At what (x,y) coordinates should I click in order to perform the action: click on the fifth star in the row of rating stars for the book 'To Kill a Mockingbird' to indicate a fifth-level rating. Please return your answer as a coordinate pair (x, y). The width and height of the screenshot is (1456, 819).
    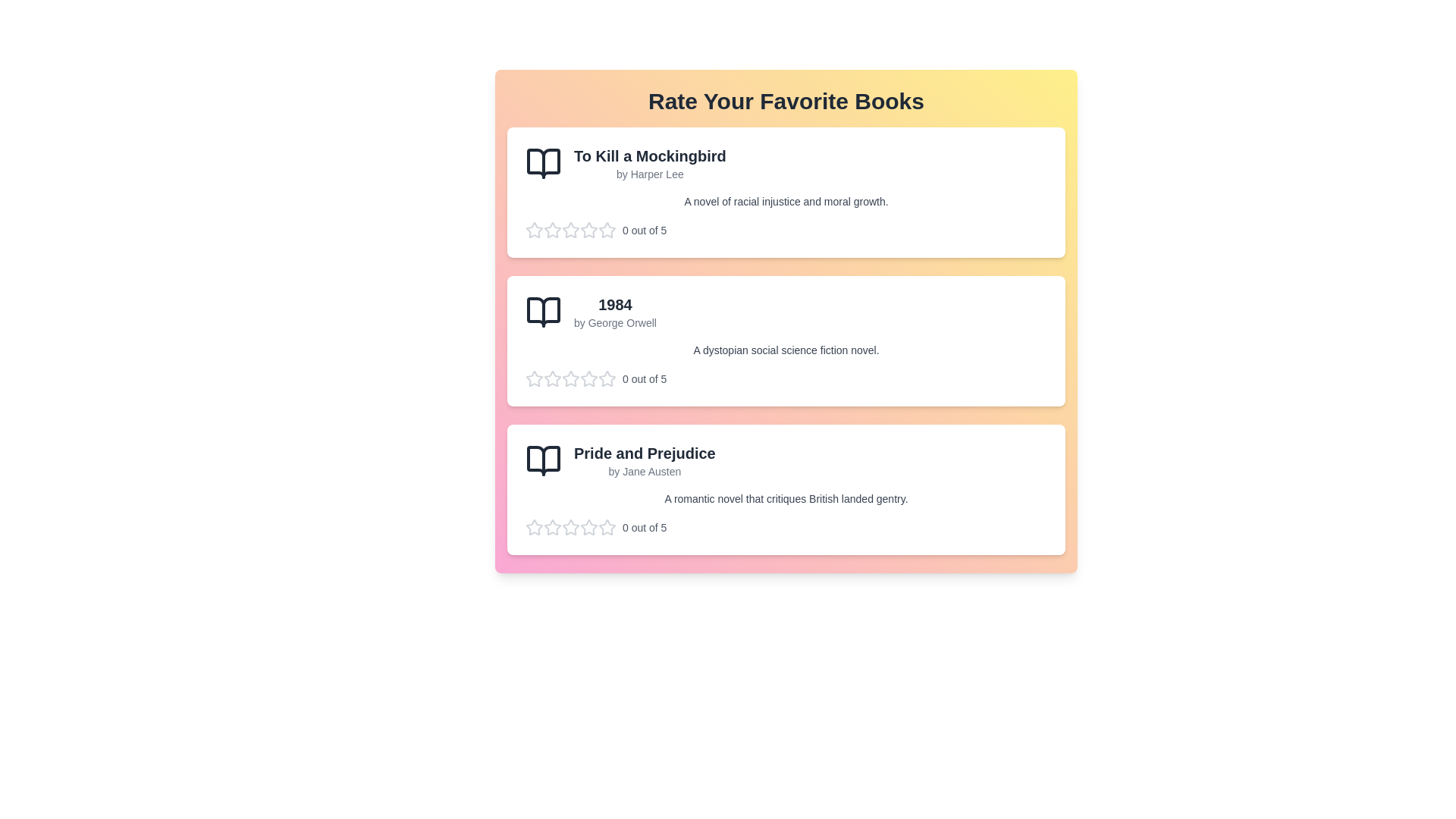
    Looking at the image, I should click on (607, 231).